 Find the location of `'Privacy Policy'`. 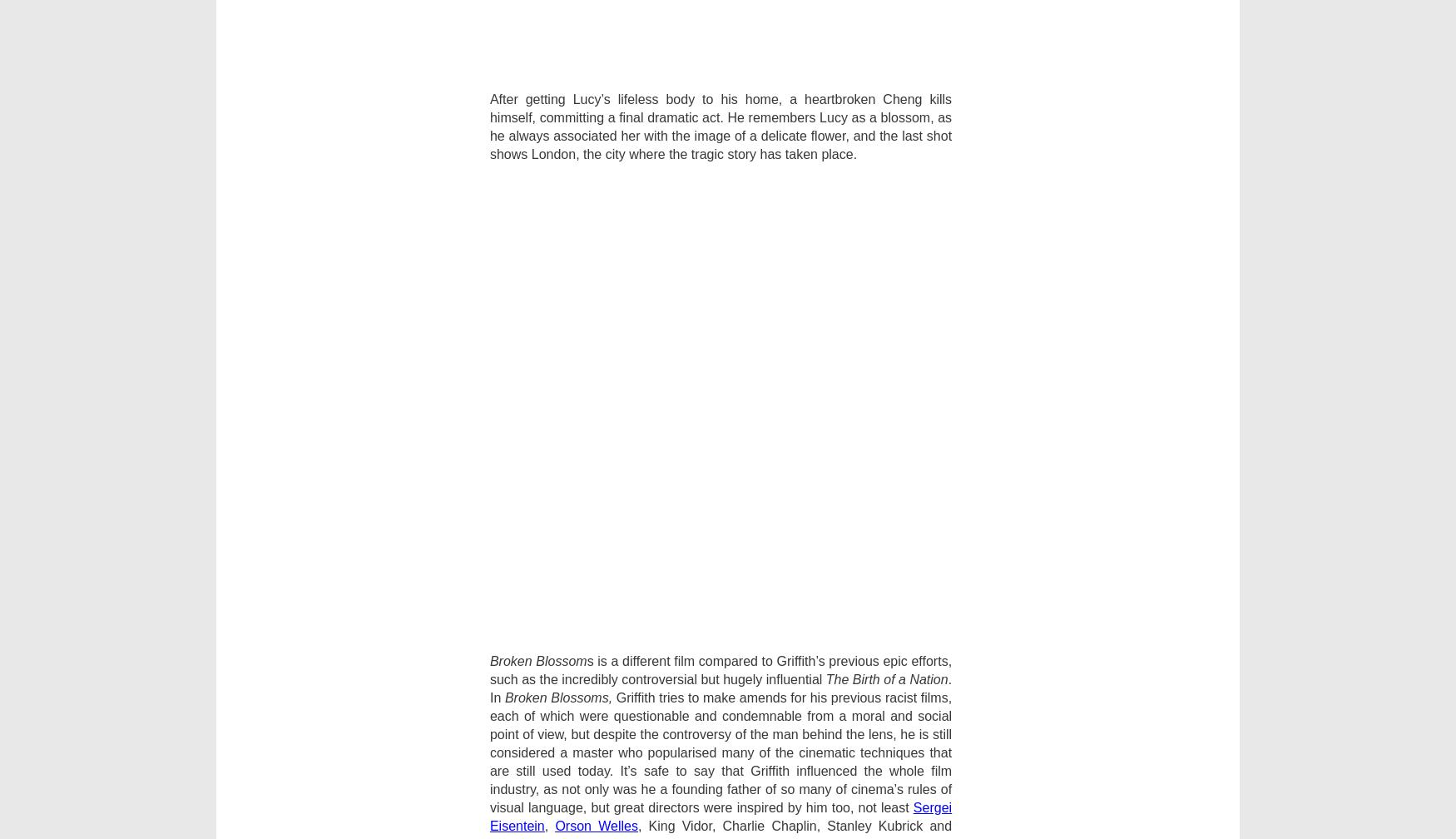

'Privacy Policy' is located at coordinates (294, 583).